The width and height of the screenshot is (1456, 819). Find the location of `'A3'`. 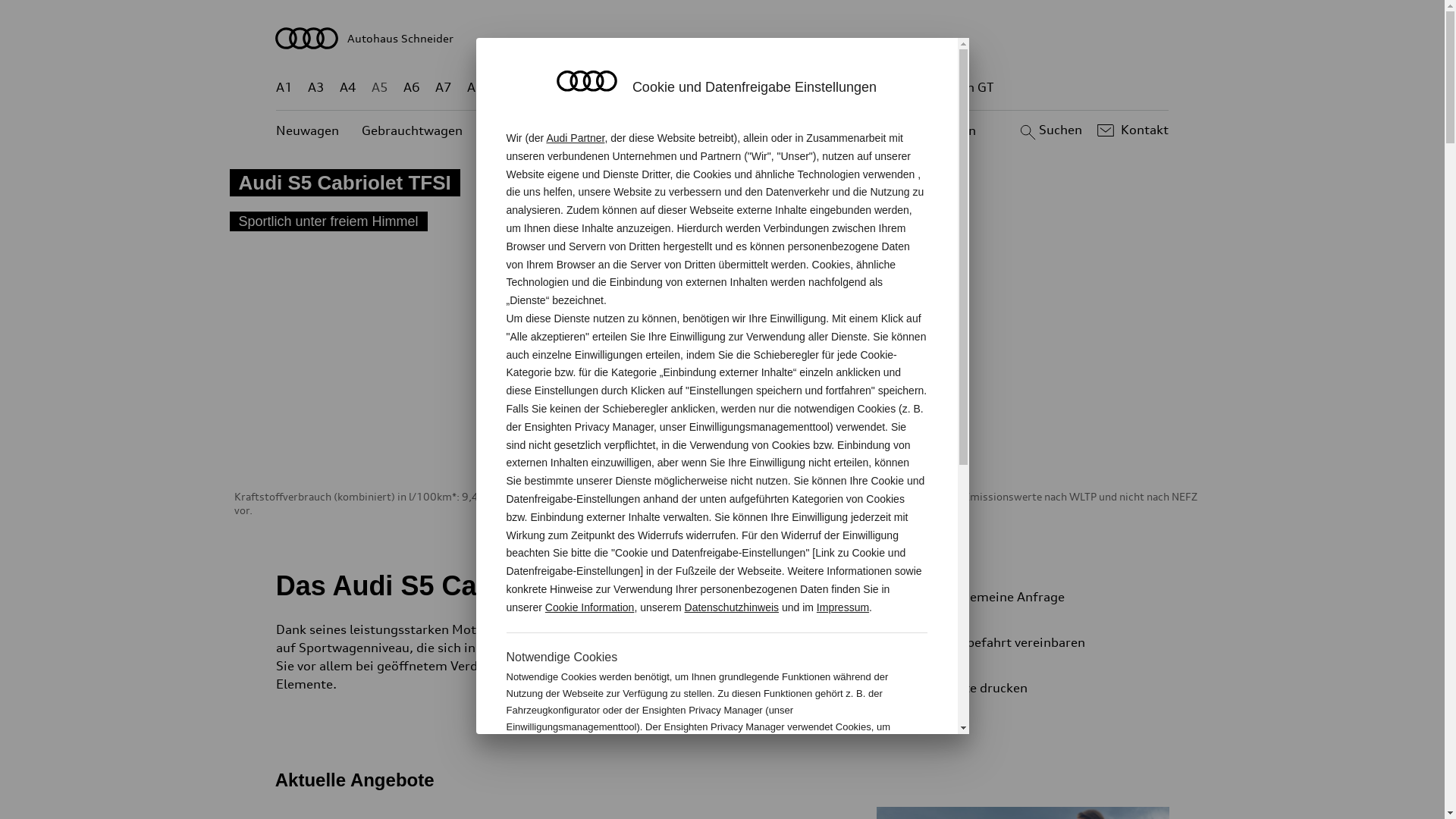

'A3' is located at coordinates (315, 87).